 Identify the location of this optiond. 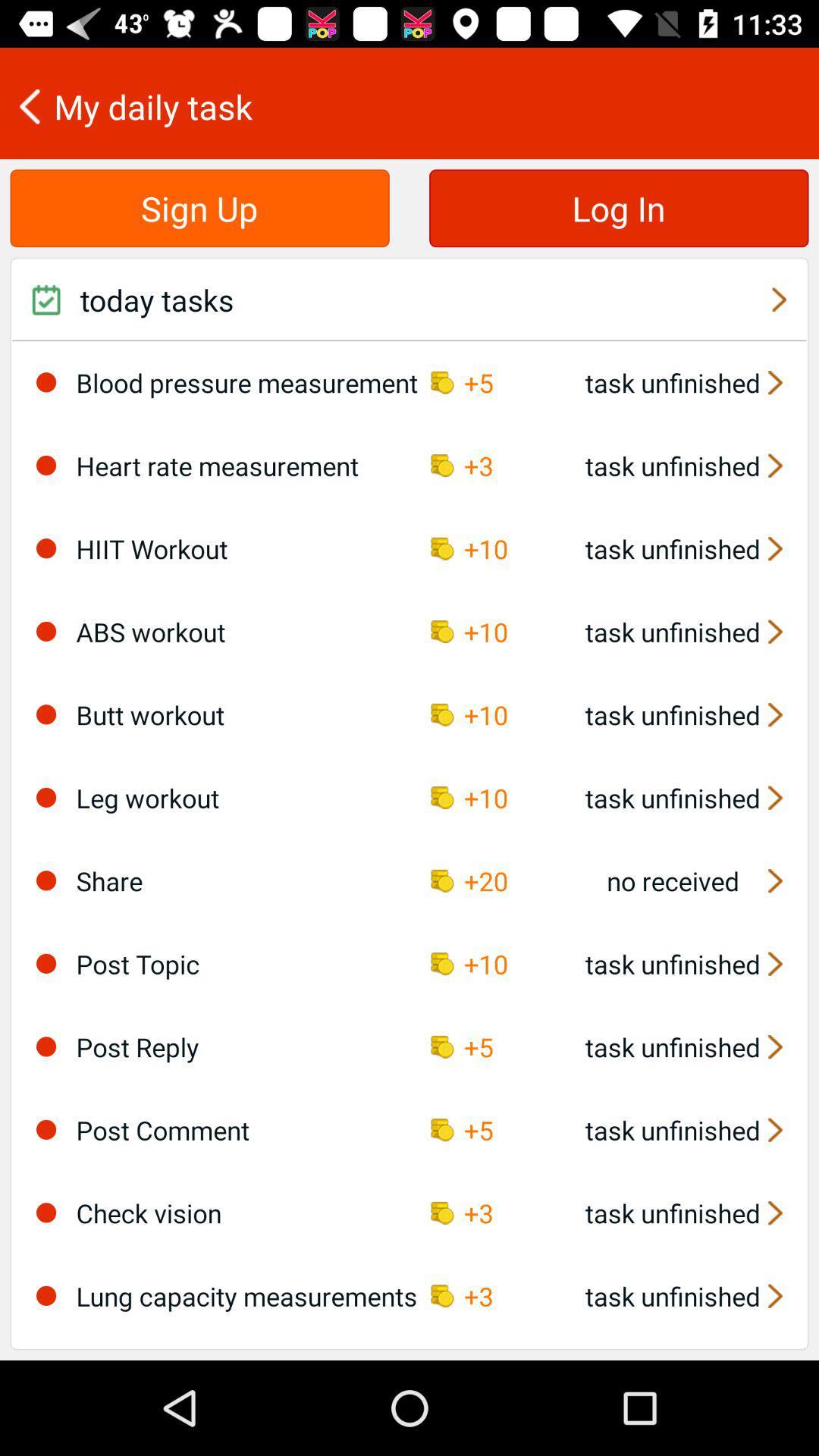
(45, 631).